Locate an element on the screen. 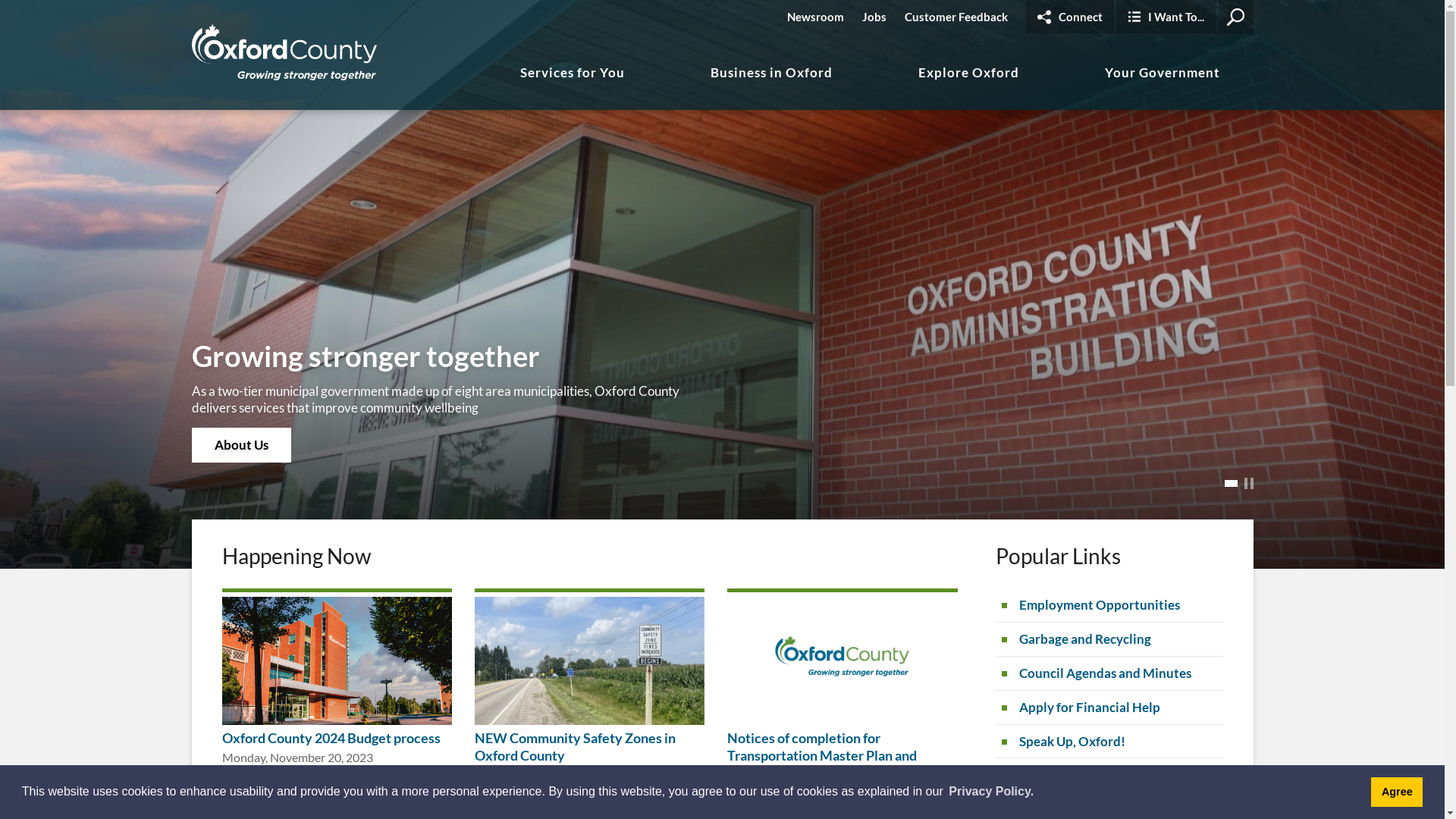  'Apply for Financial Help' is located at coordinates (1109, 708).